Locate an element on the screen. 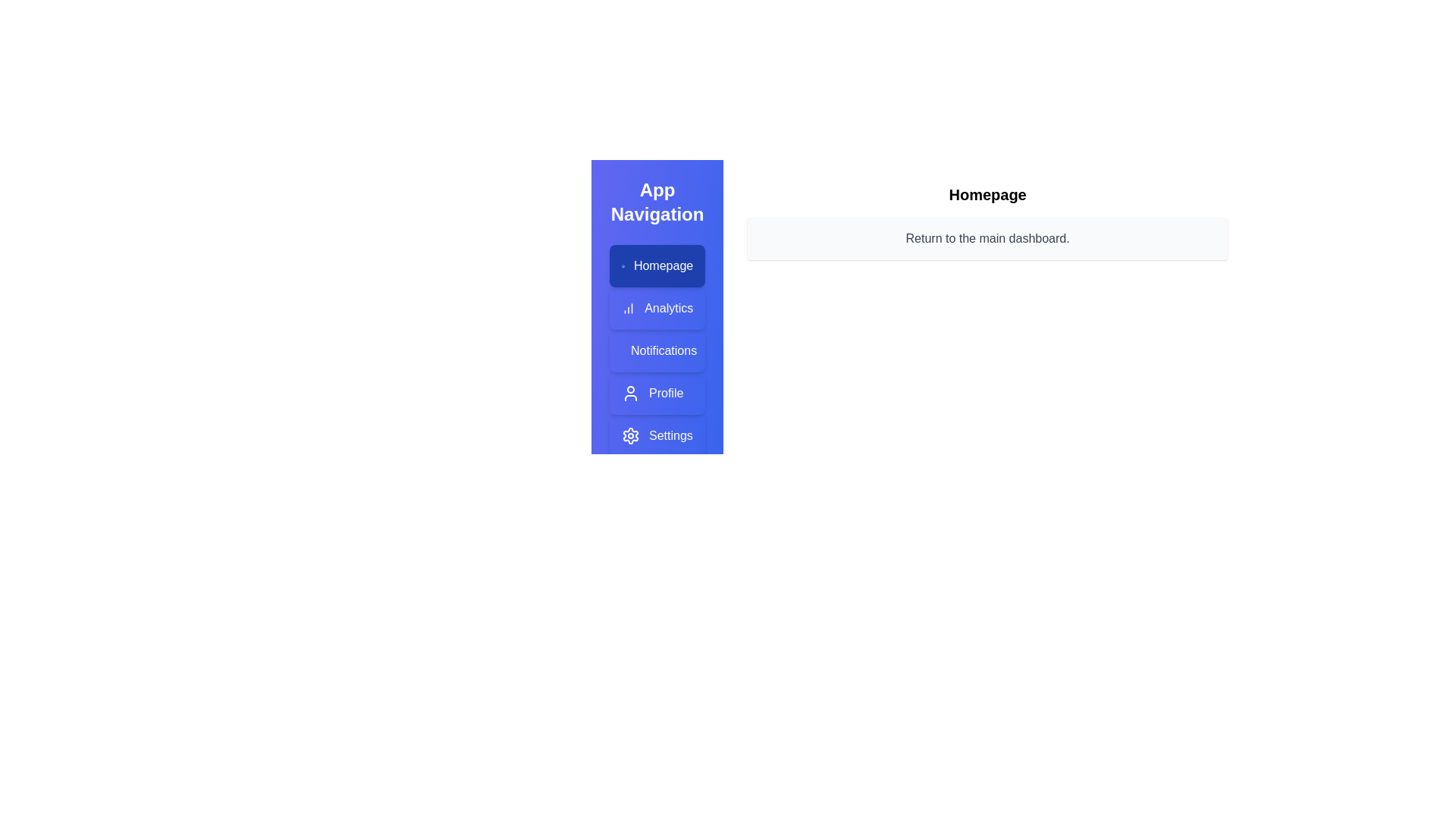 This screenshot has height=819, width=1456. the 'Settings' button, which is the fifth button in the vertical navigation menu on the left side of the page, styled with a blue gradient background and containing a gear icon on the left is located at coordinates (657, 435).